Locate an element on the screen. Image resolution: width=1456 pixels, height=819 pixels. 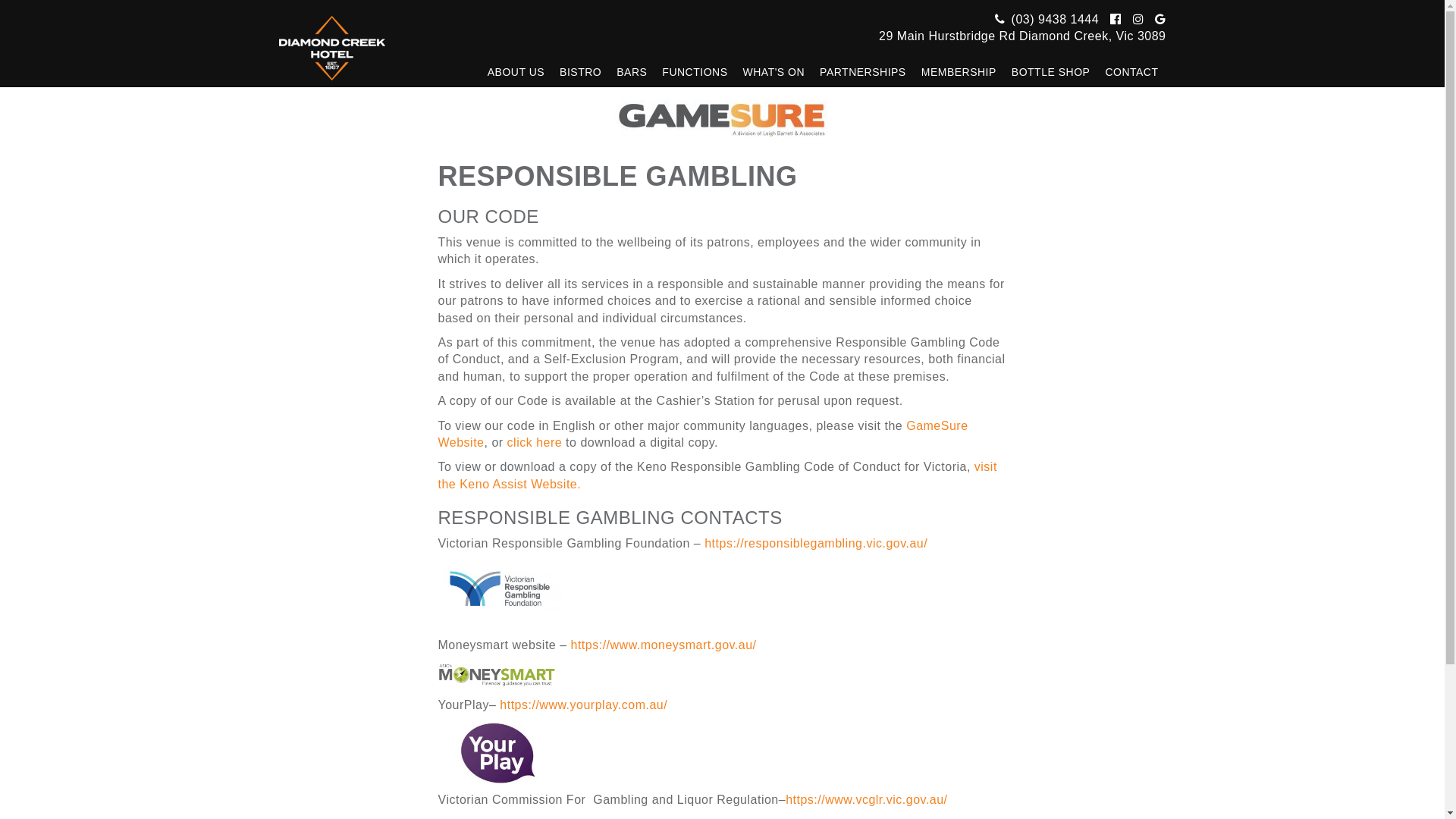
'(03) 9438 1444' is located at coordinates (1044, 19).